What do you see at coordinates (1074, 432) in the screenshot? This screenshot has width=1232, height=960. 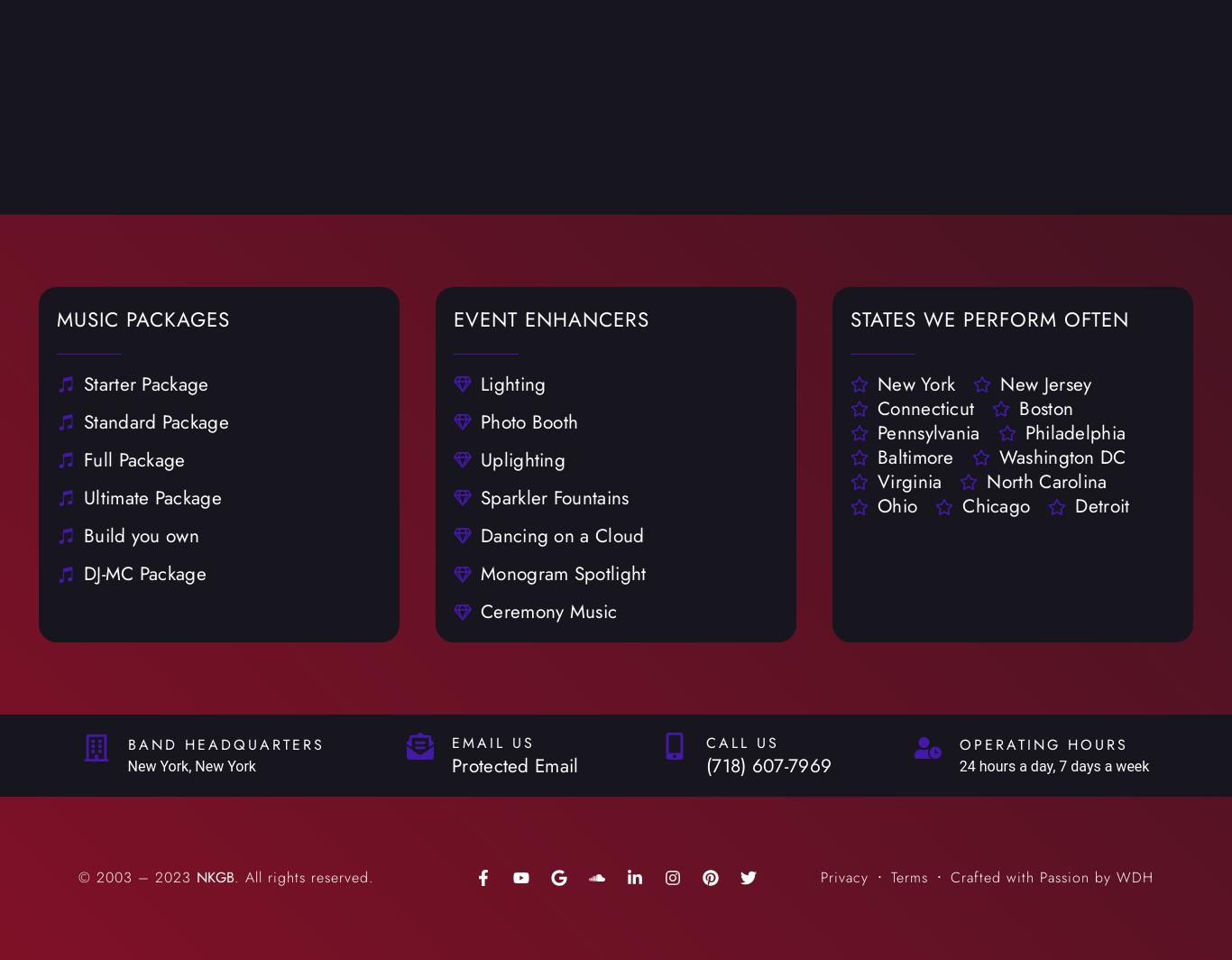 I see `'Philadelphia'` at bounding box center [1074, 432].